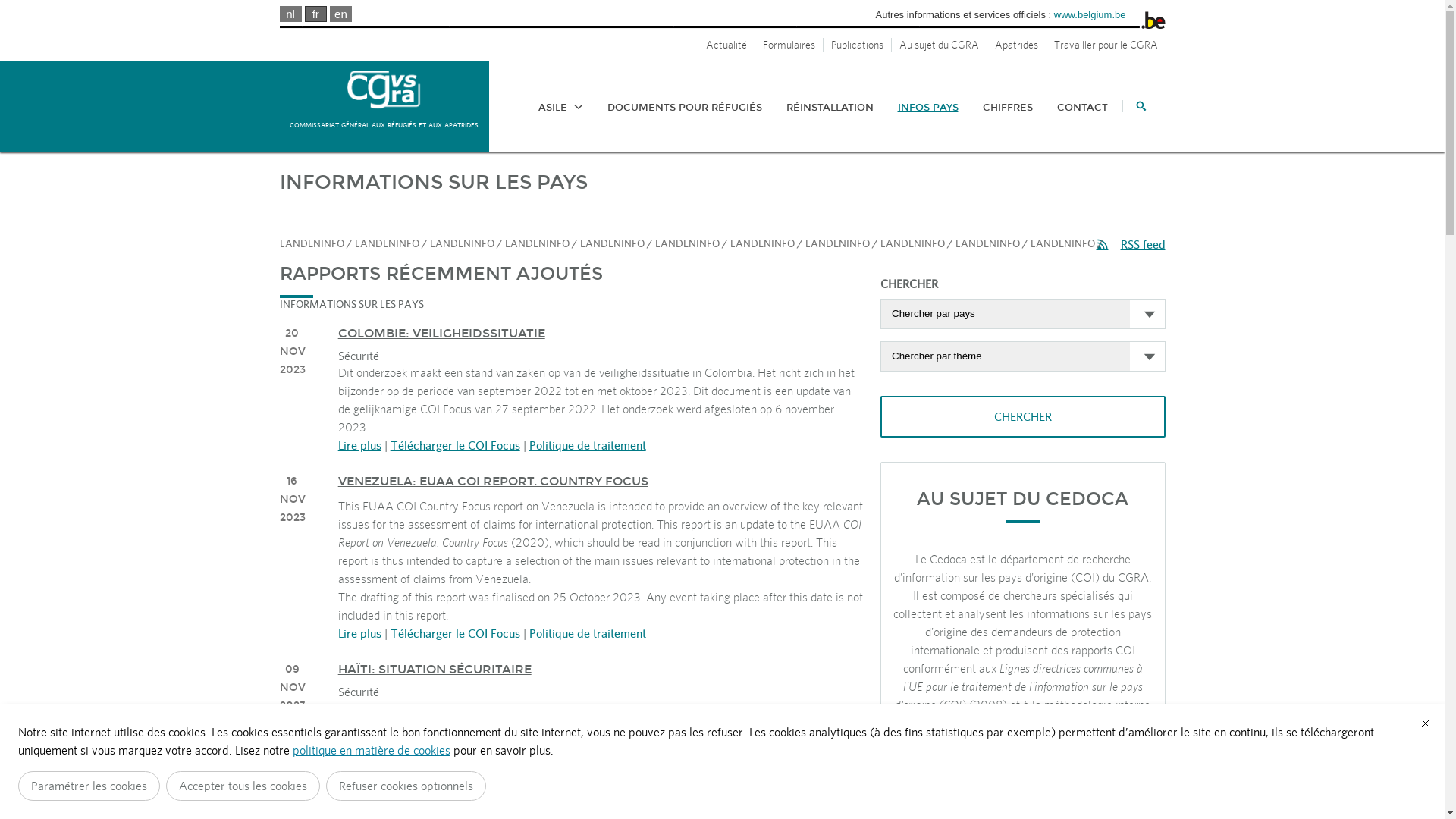 Image resolution: width=1456 pixels, height=819 pixels. I want to click on 'COLOMBIE: VEILIGHEIDSSITUATIE', so click(441, 332).